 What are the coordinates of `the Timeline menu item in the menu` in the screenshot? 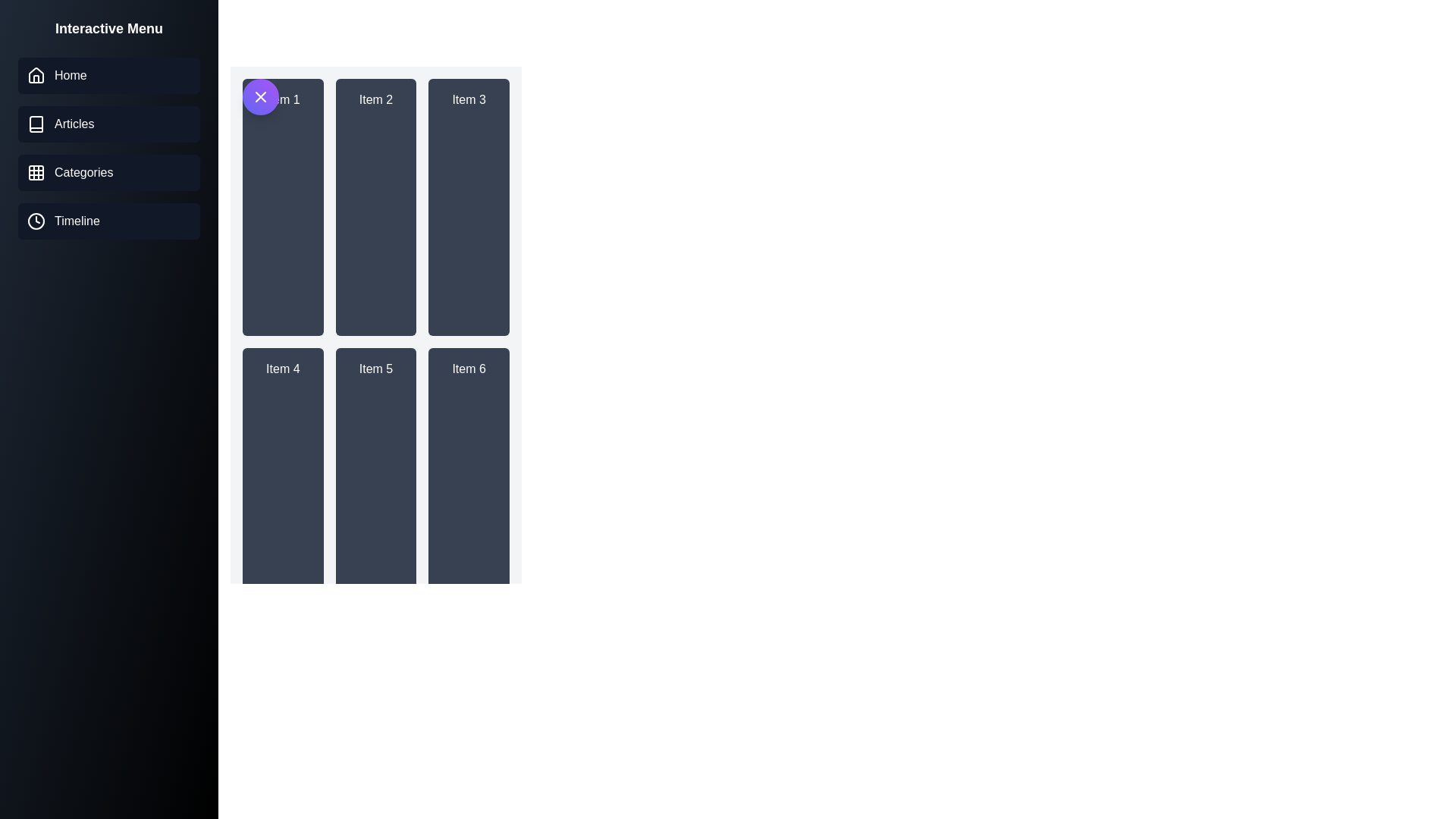 It's located at (108, 221).